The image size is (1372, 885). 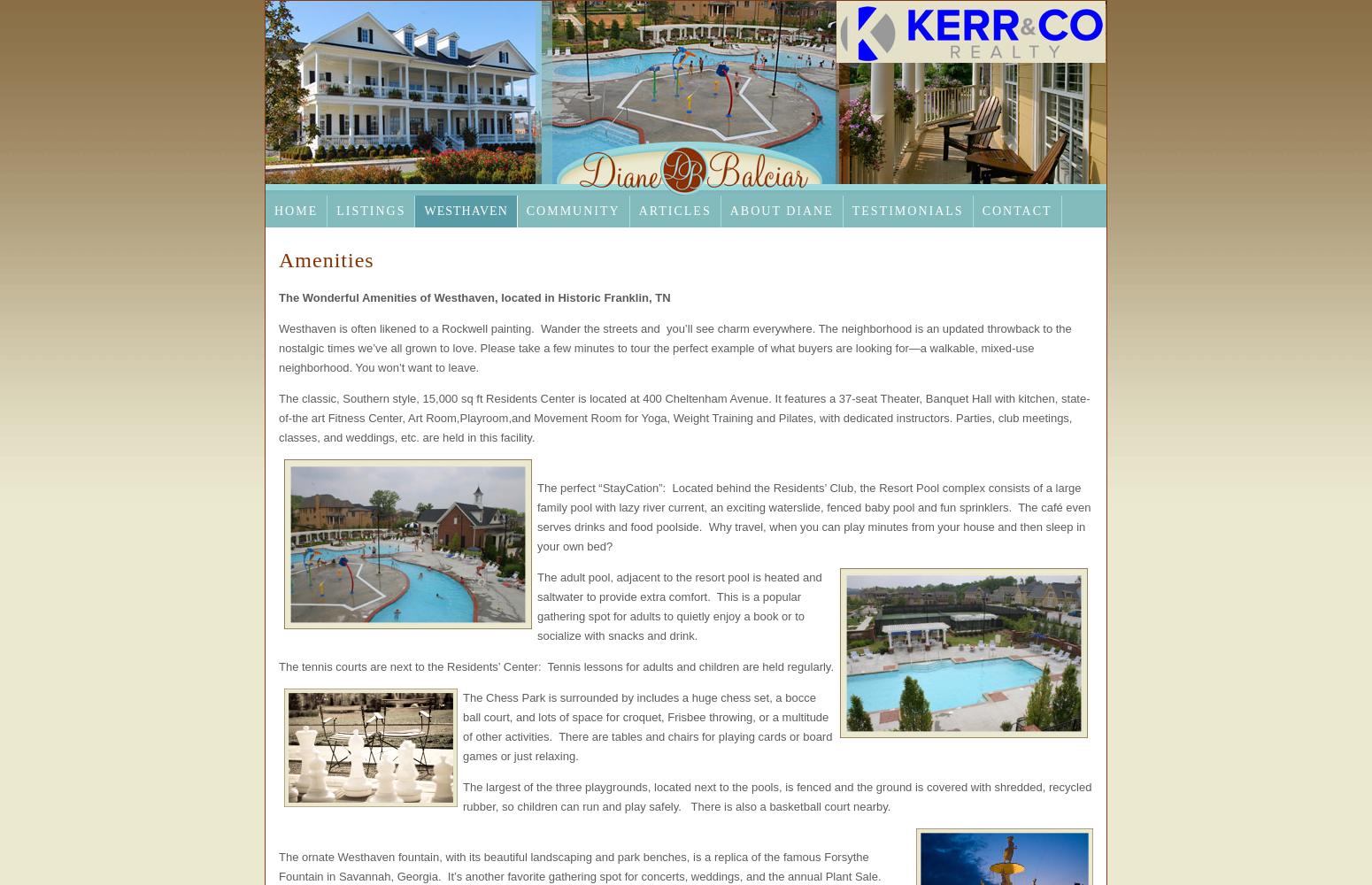 I want to click on 'Westhaven is often likened to a Rockwell painting.  Wander the streets and  you’ll see charm everywhere. The neighborhood is an updated throwback to the nostalgic times we’ve all grown to love. Please take a few minutes to tour the perfect example of what buyers are looking for—a walkable, mixed-use neighborhood. You won’t want to leave.', so click(x=674, y=348).